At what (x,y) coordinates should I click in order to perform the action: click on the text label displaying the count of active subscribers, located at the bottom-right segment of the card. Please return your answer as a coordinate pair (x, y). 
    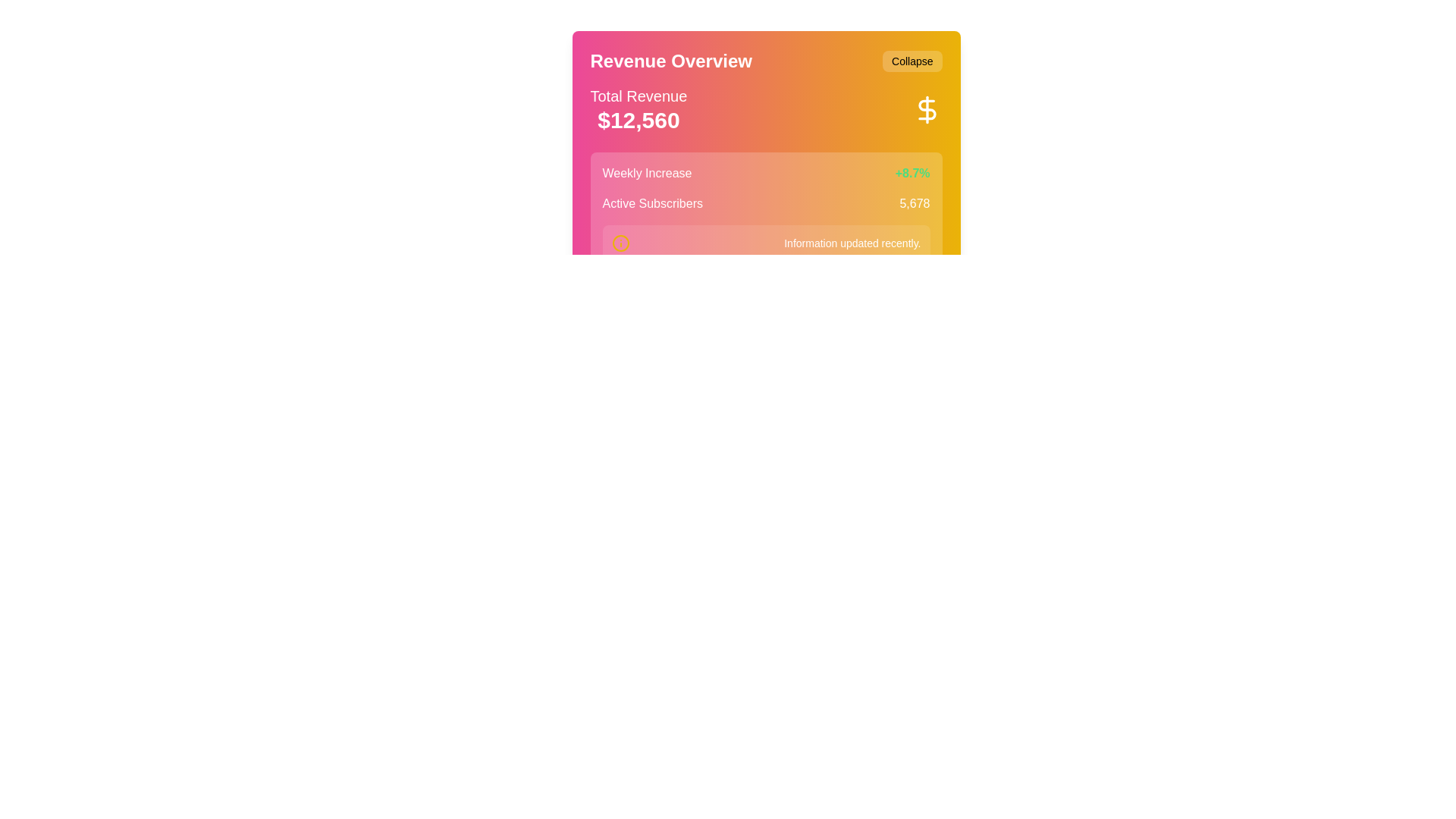
    Looking at the image, I should click on (914, 203).